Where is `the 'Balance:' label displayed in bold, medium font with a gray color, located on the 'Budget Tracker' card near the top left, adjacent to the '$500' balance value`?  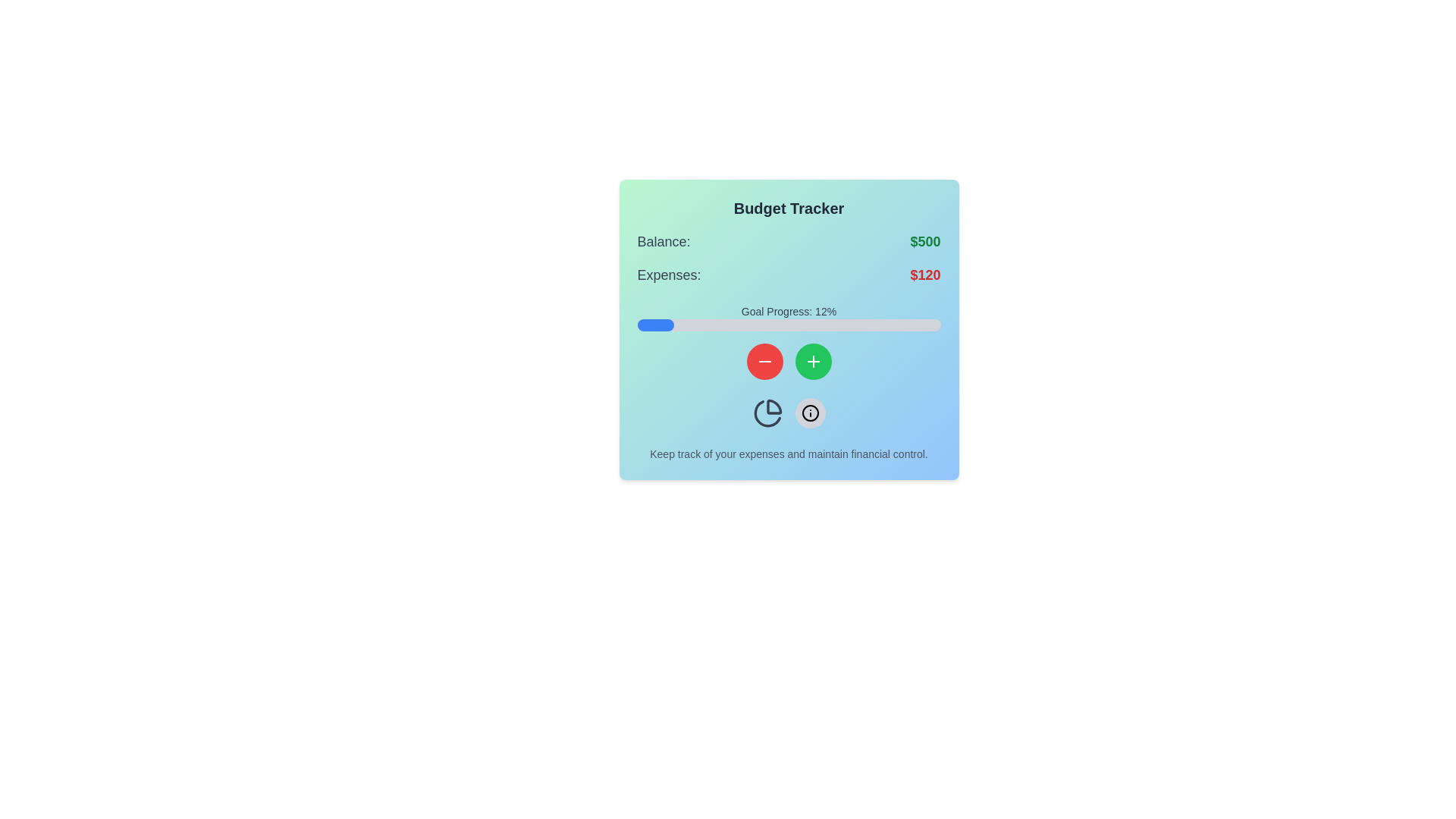
the 'Balance:' label displayed in bold, medium font with a gray color, located on the 'Budget Tracker' card near the top left, adjacent to the '$500' balance value is located at coordinates (664, 241).